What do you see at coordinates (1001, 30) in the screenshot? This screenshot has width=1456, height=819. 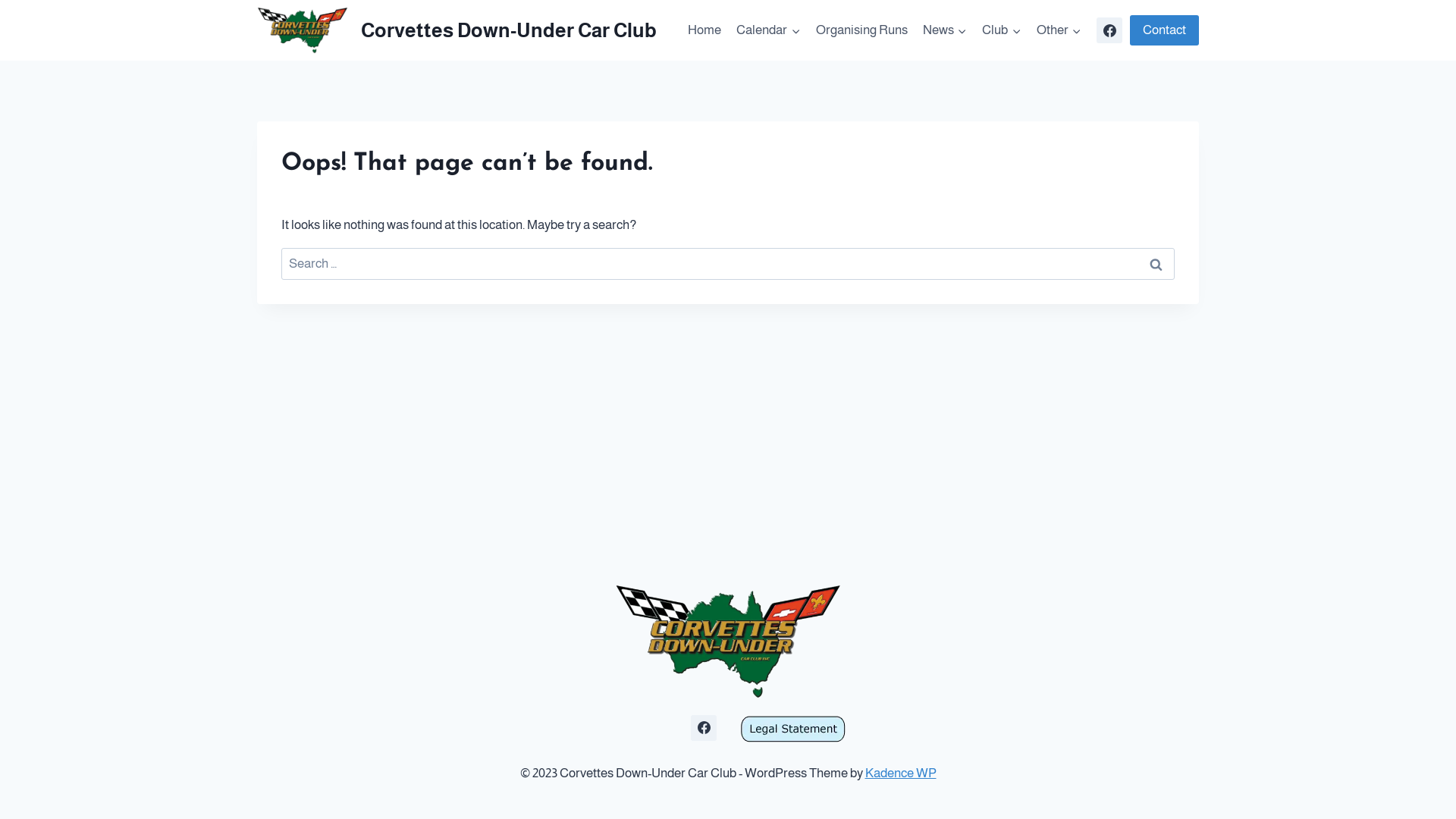 I see `'Club'` at bounding box center [1001, 30].